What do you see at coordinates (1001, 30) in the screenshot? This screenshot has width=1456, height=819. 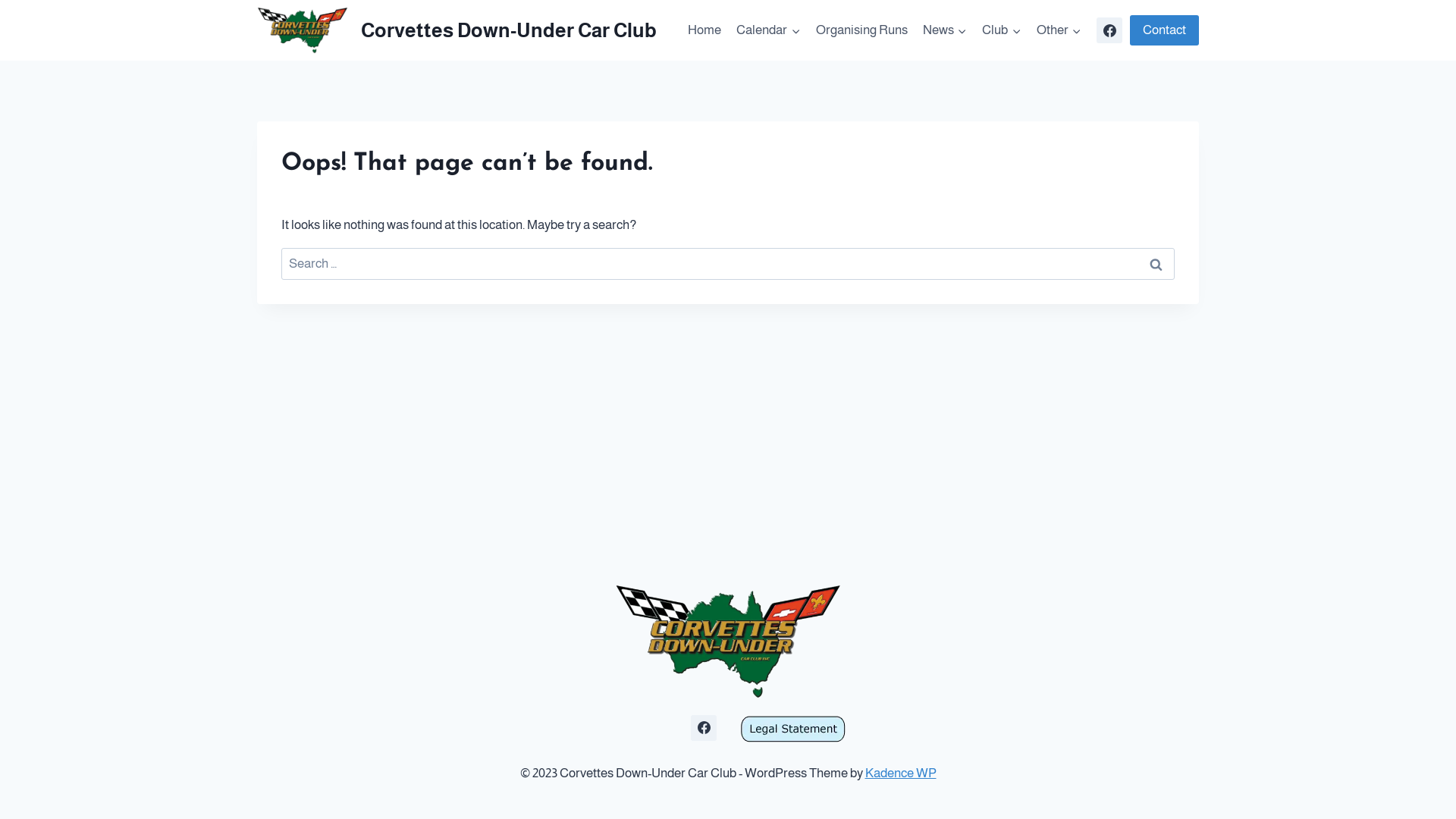 I see `'Club'` at bounding box center [1001, 30].